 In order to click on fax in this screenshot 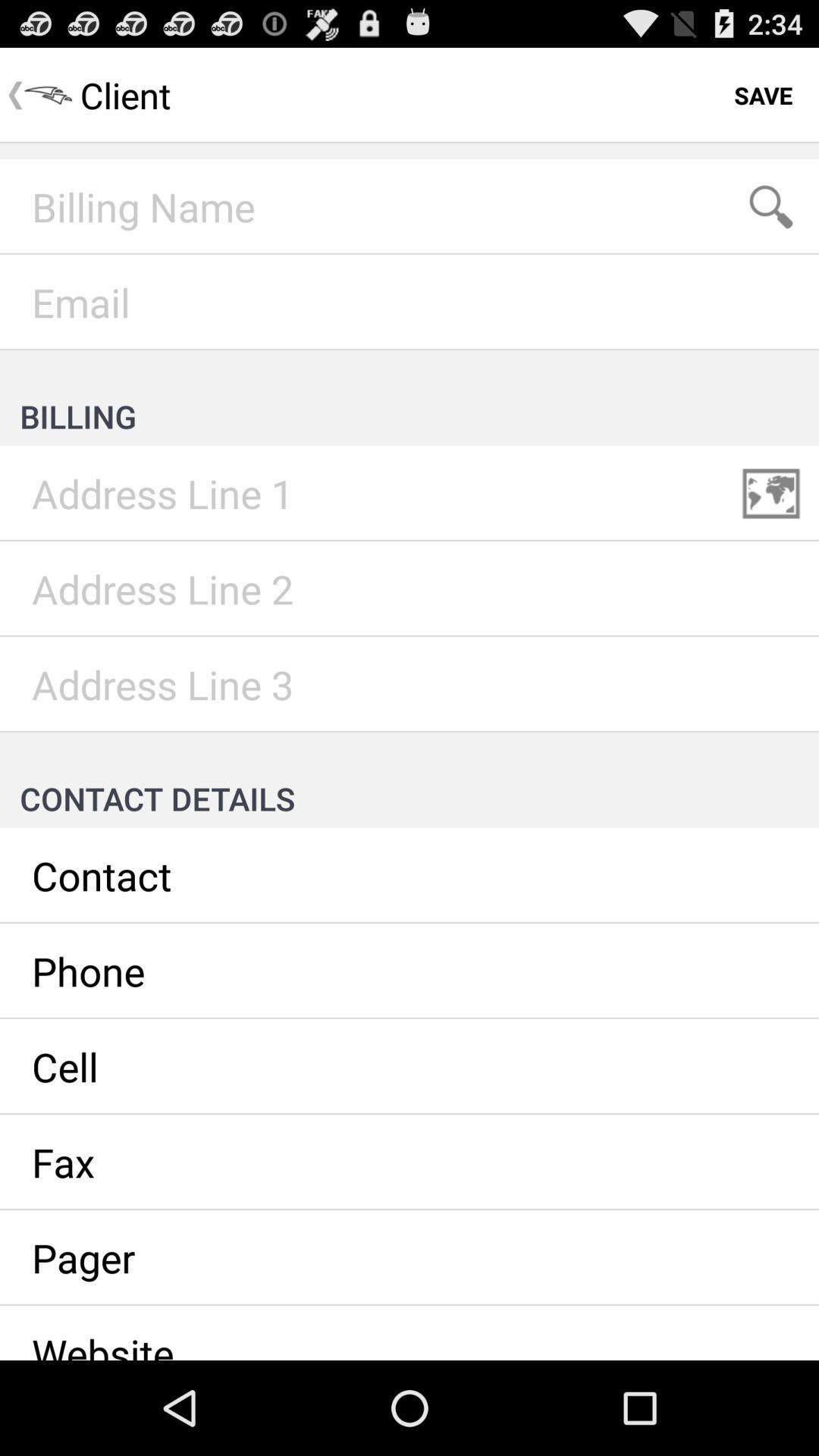, I will do `click(409, 1161)`.